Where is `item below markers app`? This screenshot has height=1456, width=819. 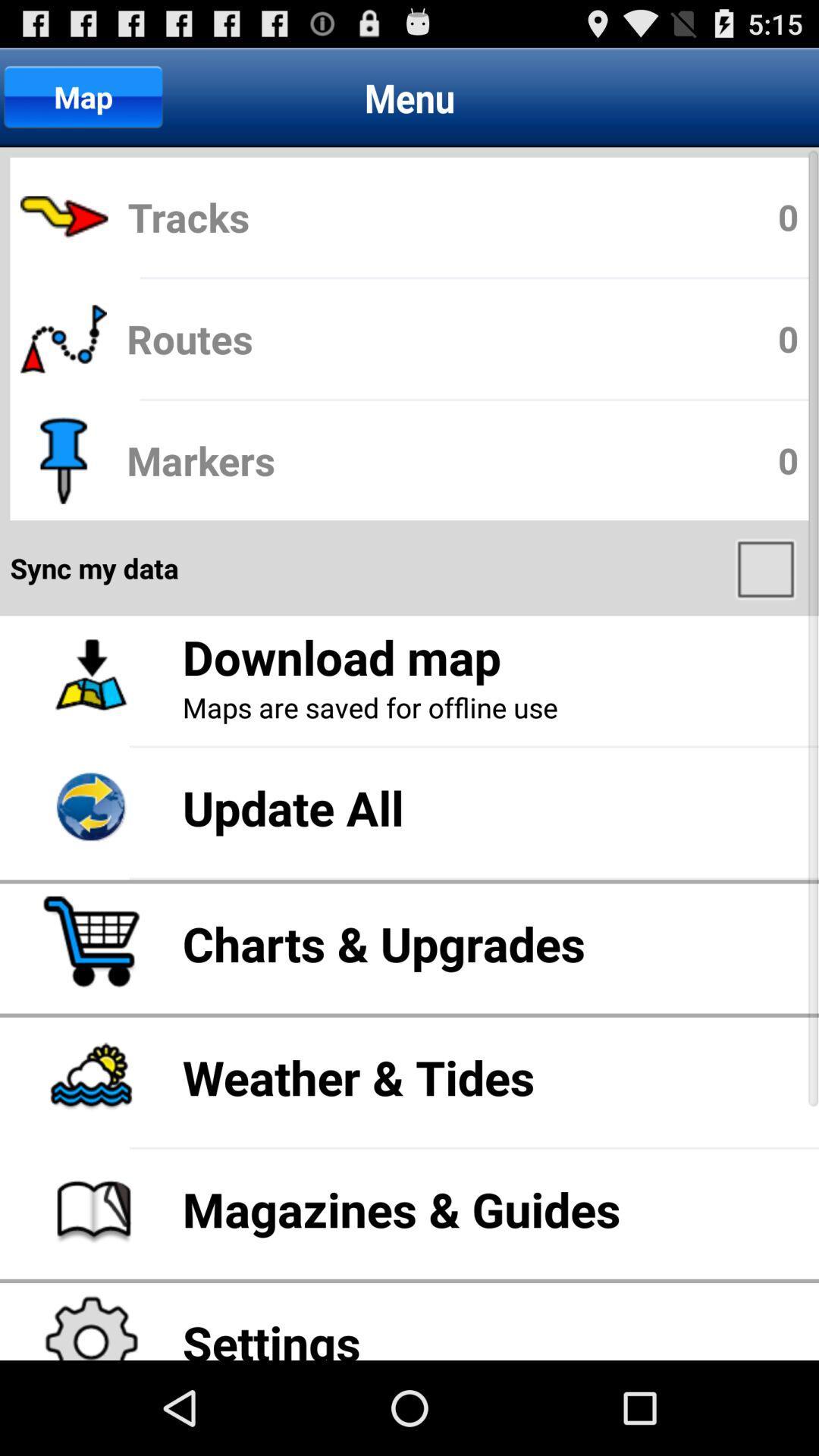
item below markers app is located at coordinates (767, 567).